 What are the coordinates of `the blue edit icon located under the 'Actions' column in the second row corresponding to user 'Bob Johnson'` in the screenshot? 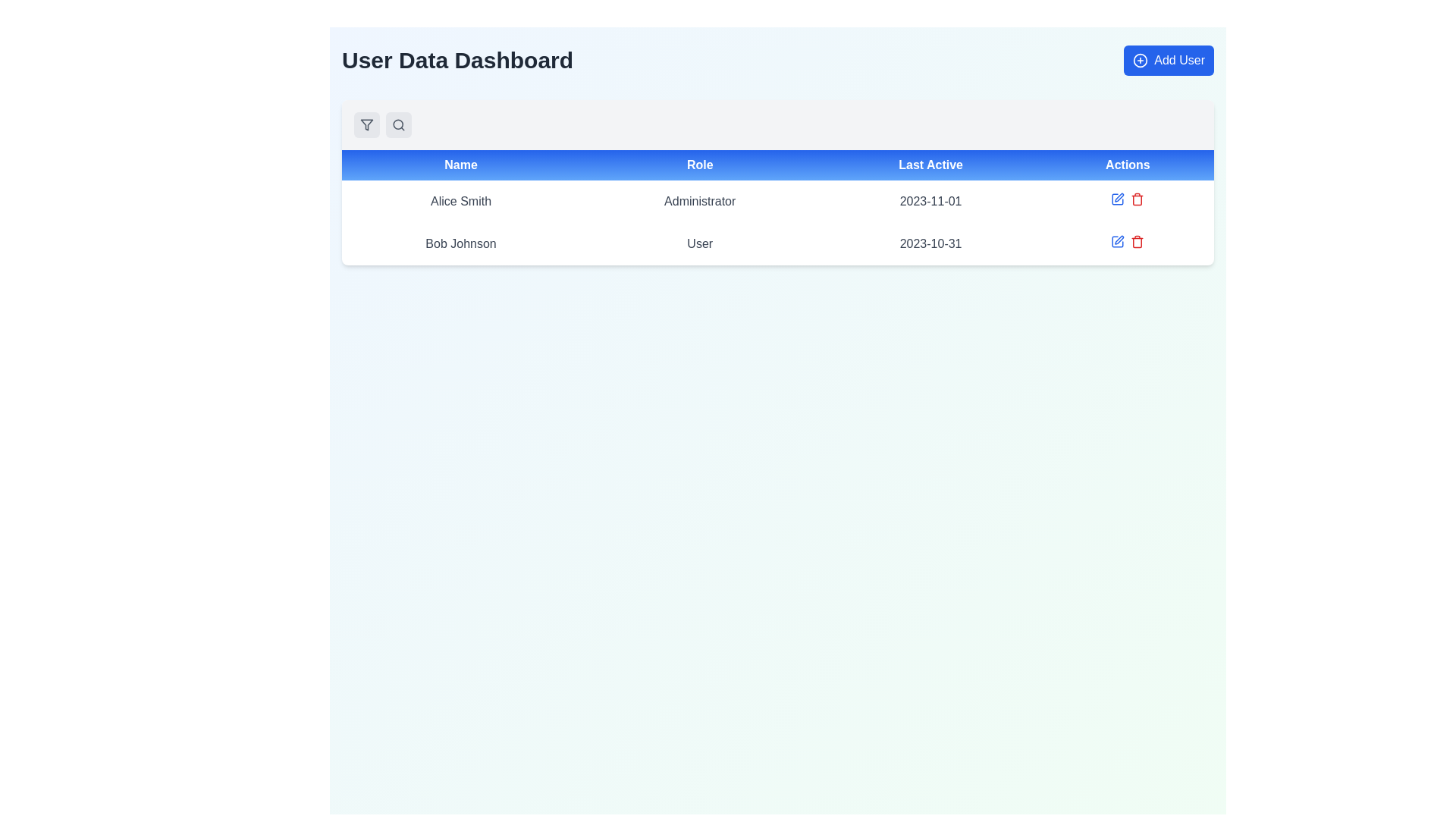 It's located at (1128, 241).